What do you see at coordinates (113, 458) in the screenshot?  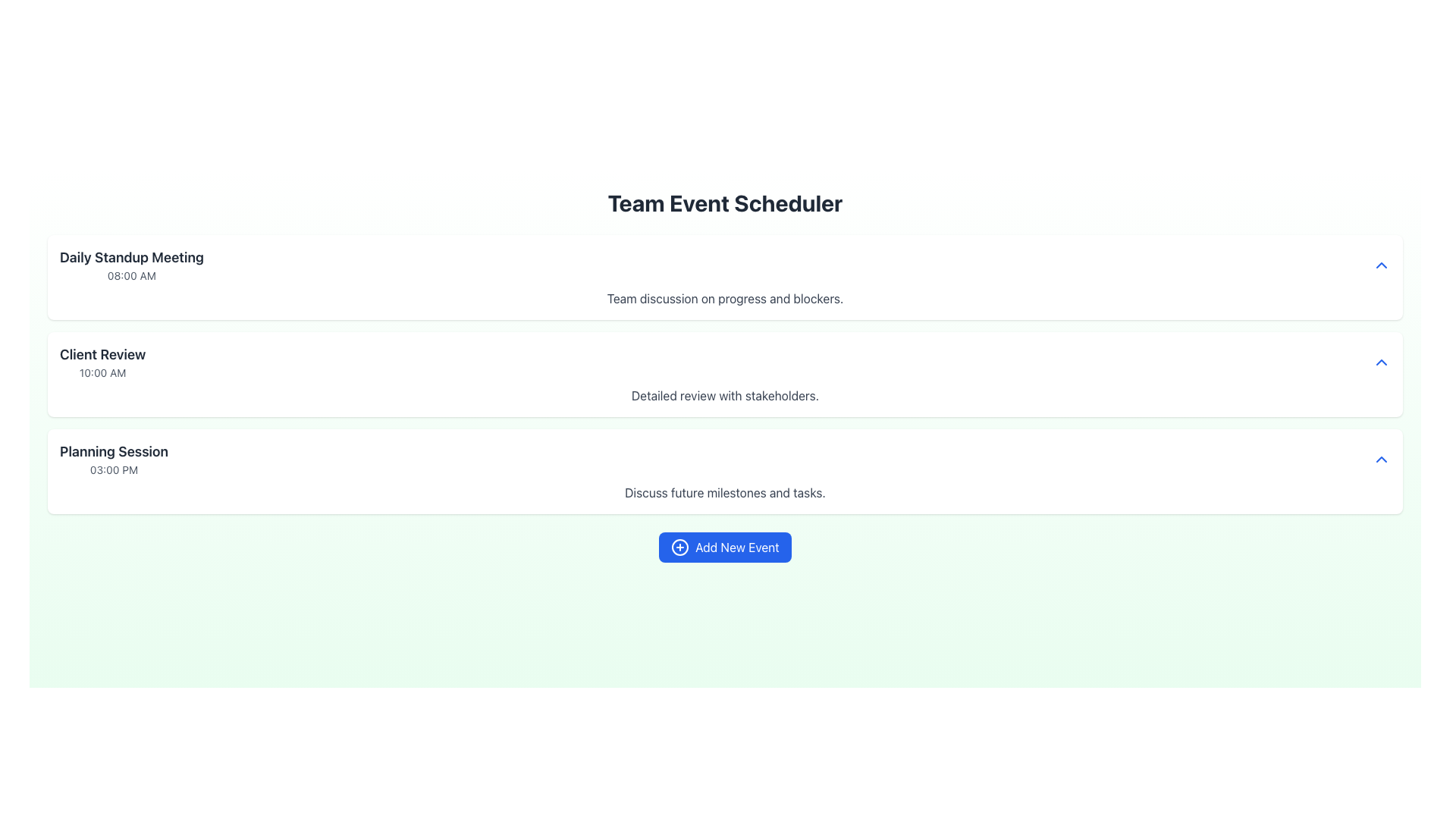 I see `the text label that represents the scheduled event, which is the third entry in a vertically stacked list, positioned below 'Client Review' and above the 'Add New Event' button` at bounding box center [113, 458].